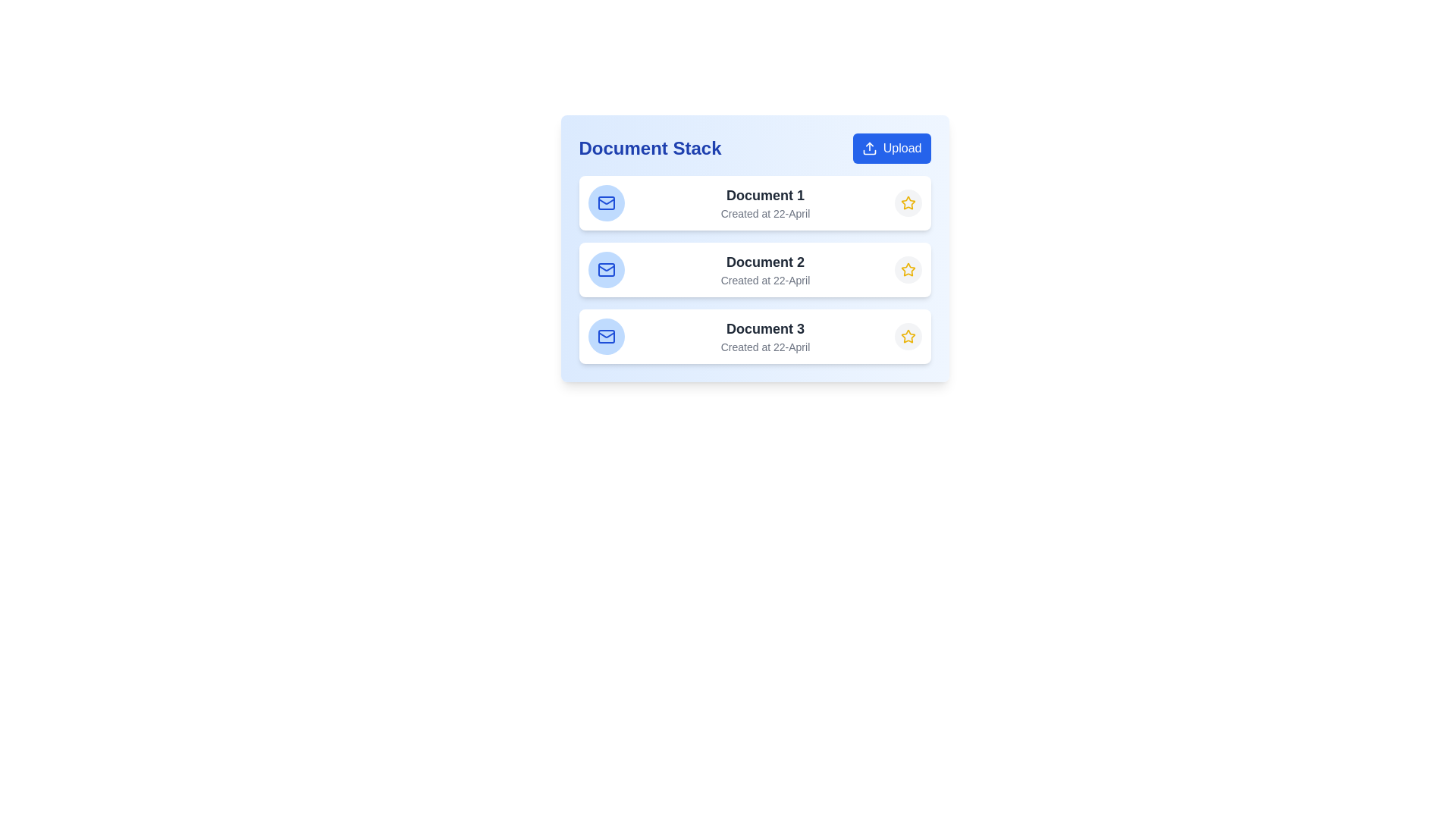  I want to click on the text label displaying 'Upload' located in the top-right corner of the interface, so click(902, 149).